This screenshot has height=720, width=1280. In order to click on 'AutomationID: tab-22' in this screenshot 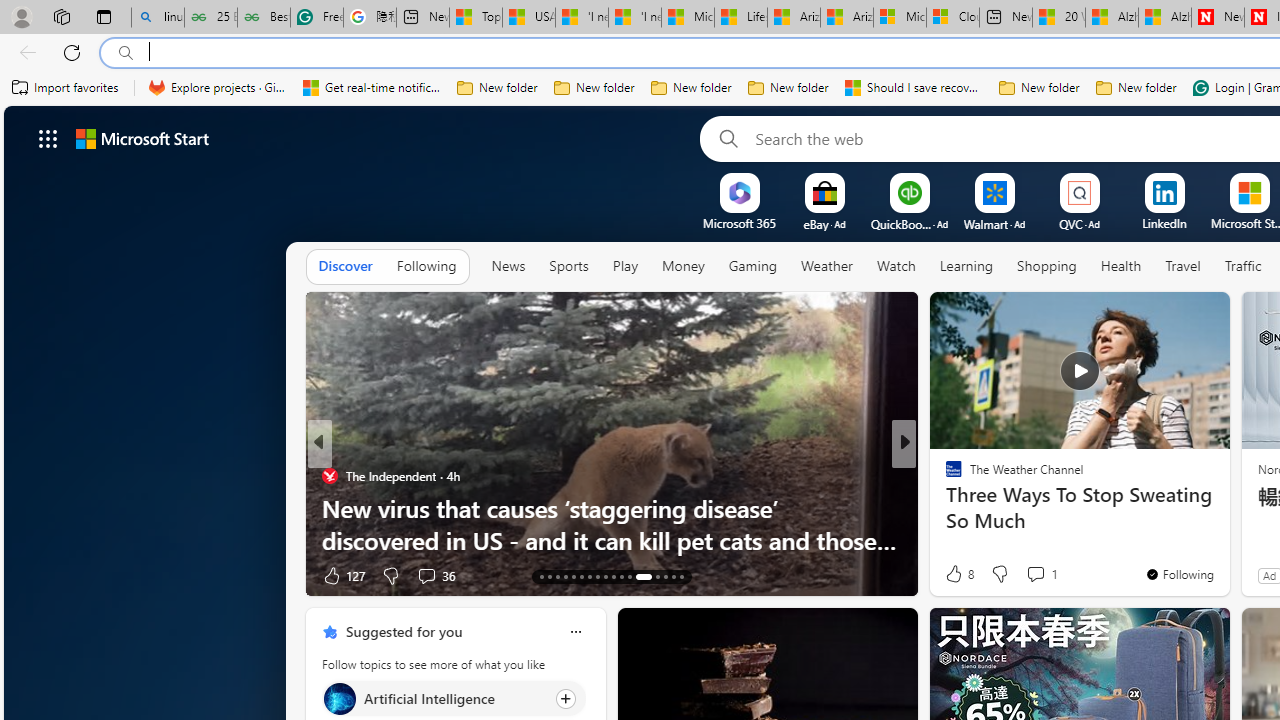, I will do `click(612, 577)`.